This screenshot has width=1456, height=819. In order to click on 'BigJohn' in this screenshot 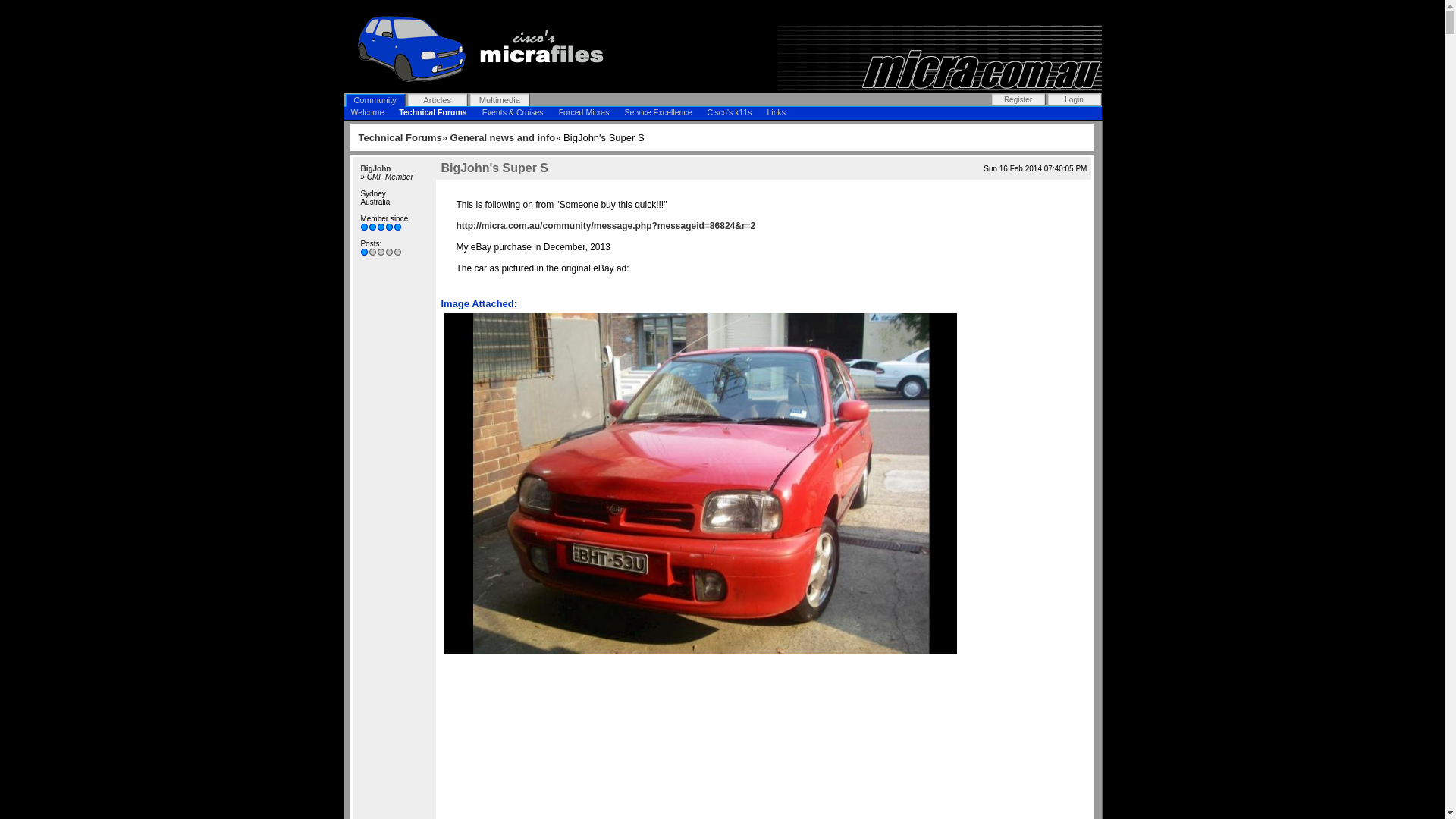, I will do `click(375, 168)`.